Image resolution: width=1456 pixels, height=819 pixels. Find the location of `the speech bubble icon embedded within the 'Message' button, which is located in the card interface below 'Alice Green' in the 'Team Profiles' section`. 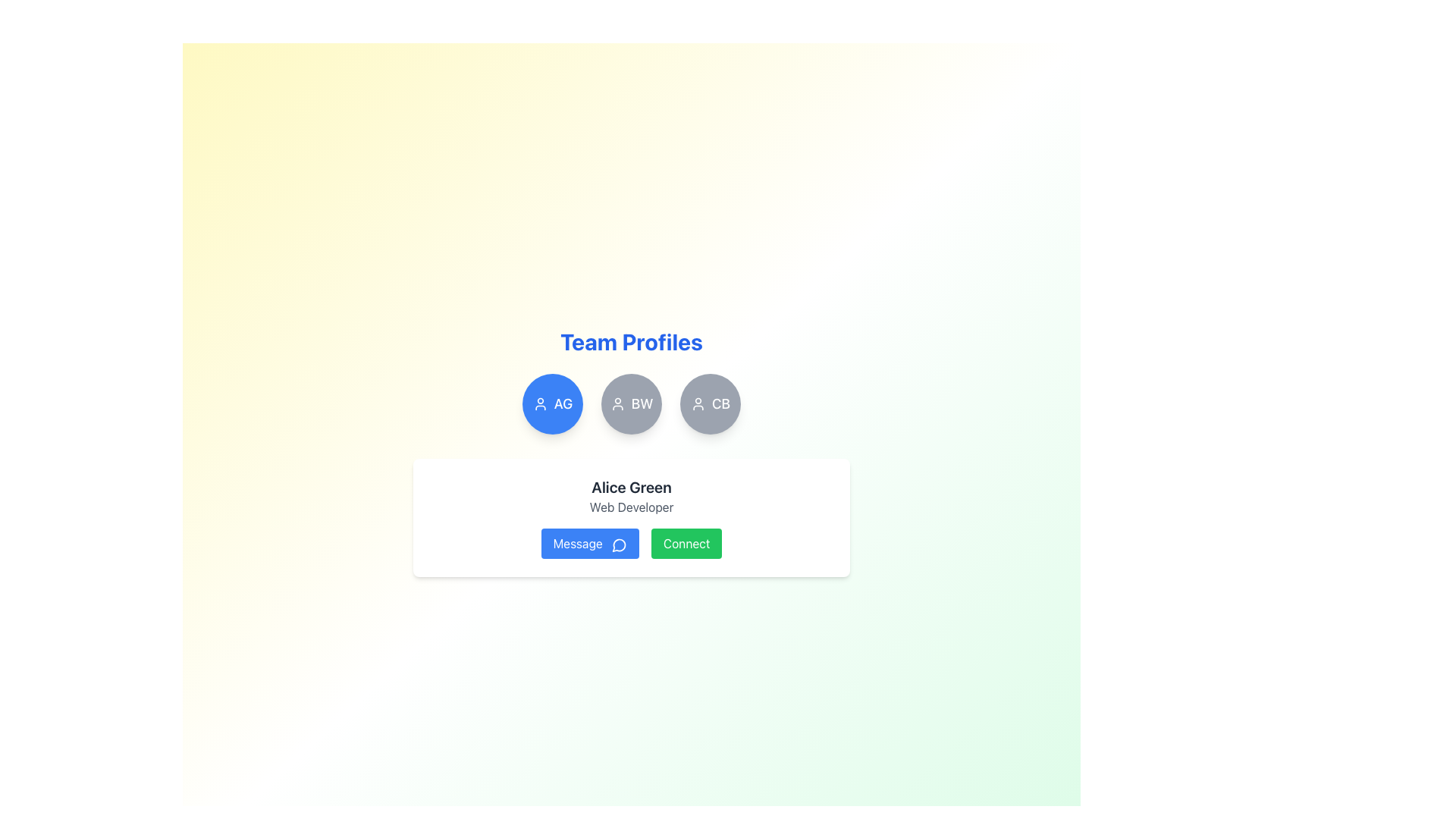

the speech bubble icon embedded within the 'Message' button, which is located in the card interface below 'Alice Green' in the 'Team Profiles' section is located at coordinates (619, 544).